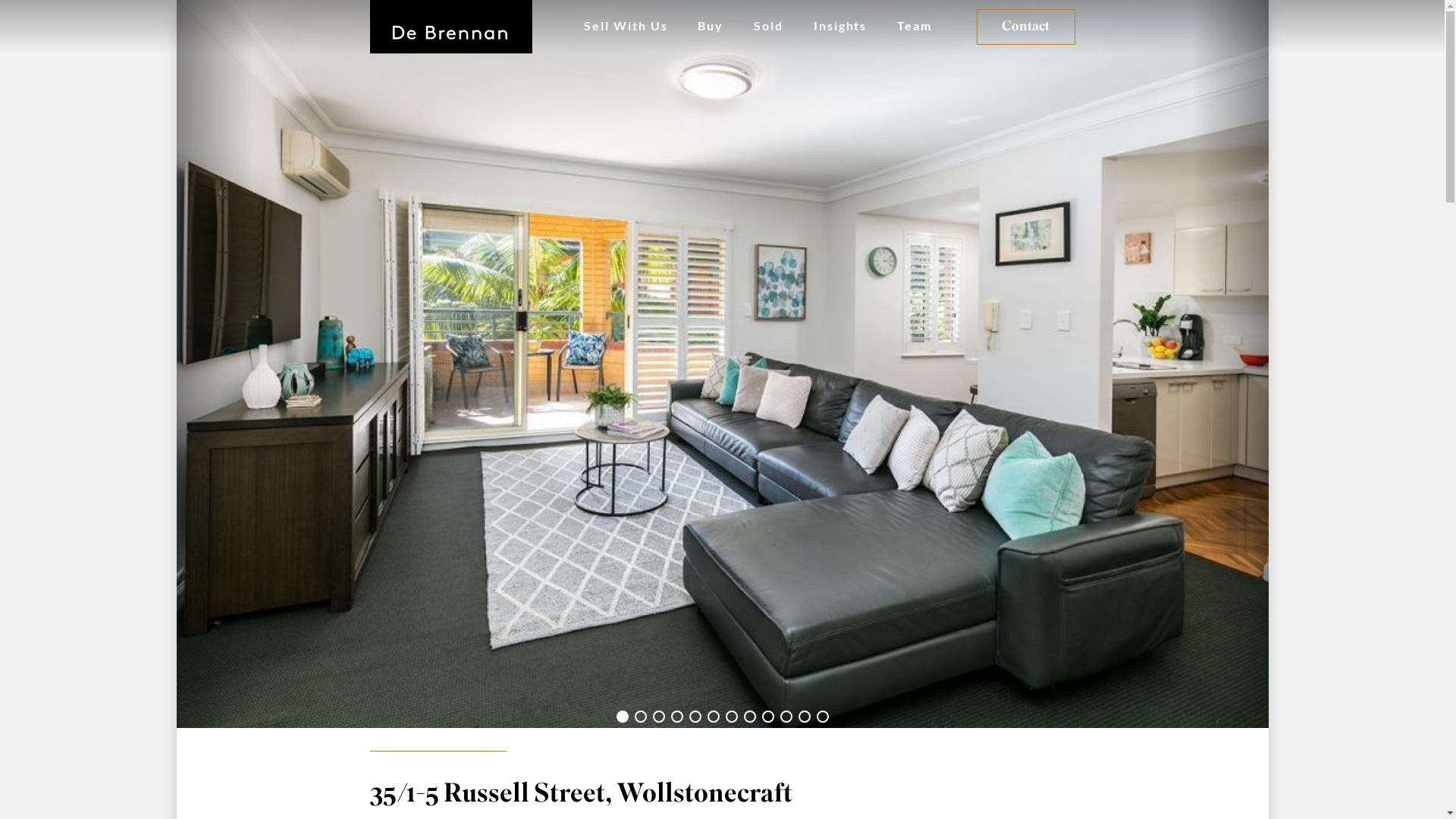 This screenshot has height=819, width=1456. I want to click on '7', so click(731, 717).